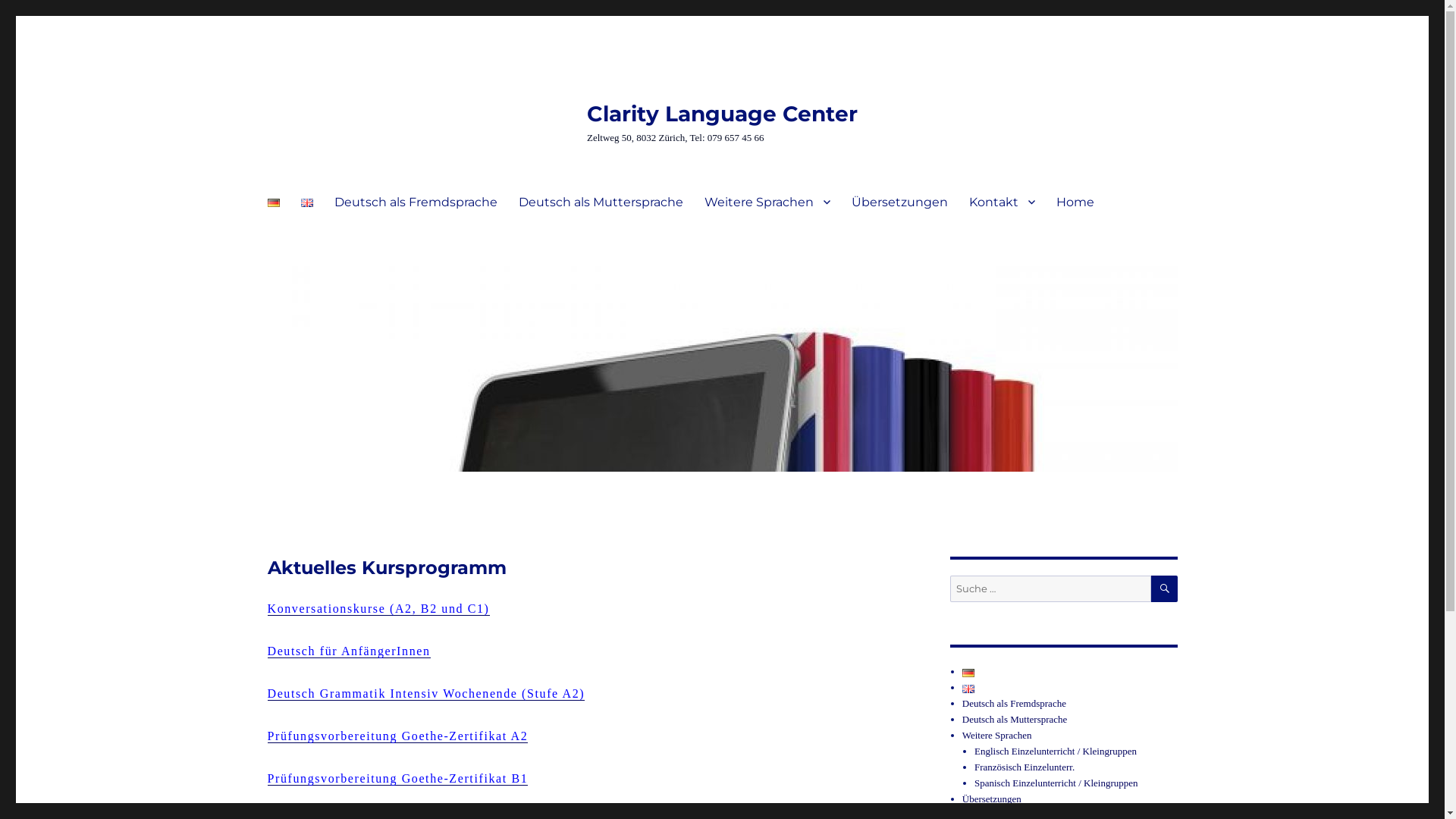 This screenshot has width=1456, height=819. What do you see at coordinates (967, 672) in the screenshot?
I see `'Deutsch'` at bounding box center [967, 672].